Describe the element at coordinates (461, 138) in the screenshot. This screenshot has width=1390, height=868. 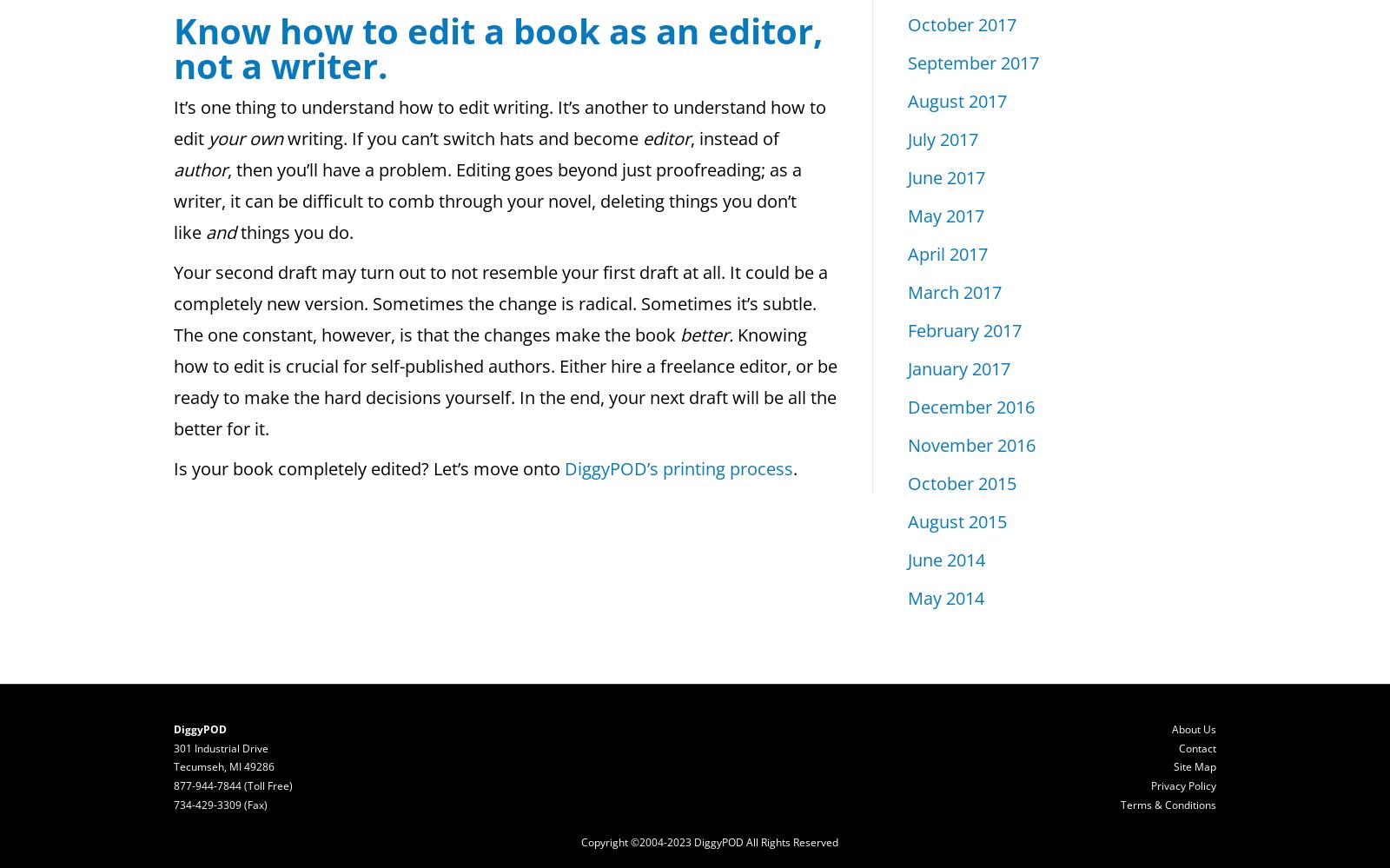
I see `'writing. If you can’t switch hats and become'` at that location.